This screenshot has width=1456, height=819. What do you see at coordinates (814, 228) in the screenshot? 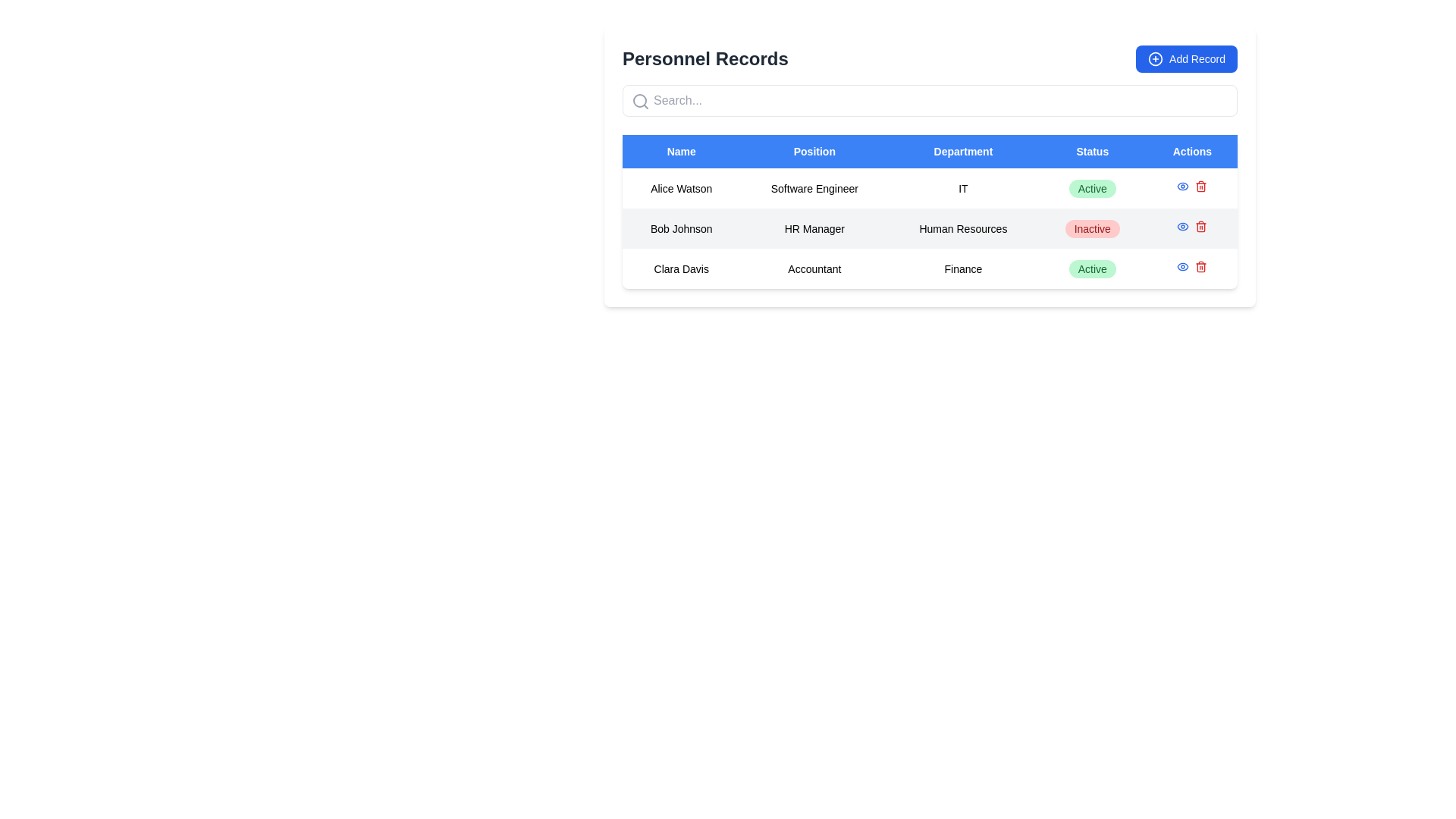
I see `the text label displaying 'HR Manager' located in the 'Position' column of the 'Personnel Records' table for 'Bob Johnson'` at bounding box center [814, 228].